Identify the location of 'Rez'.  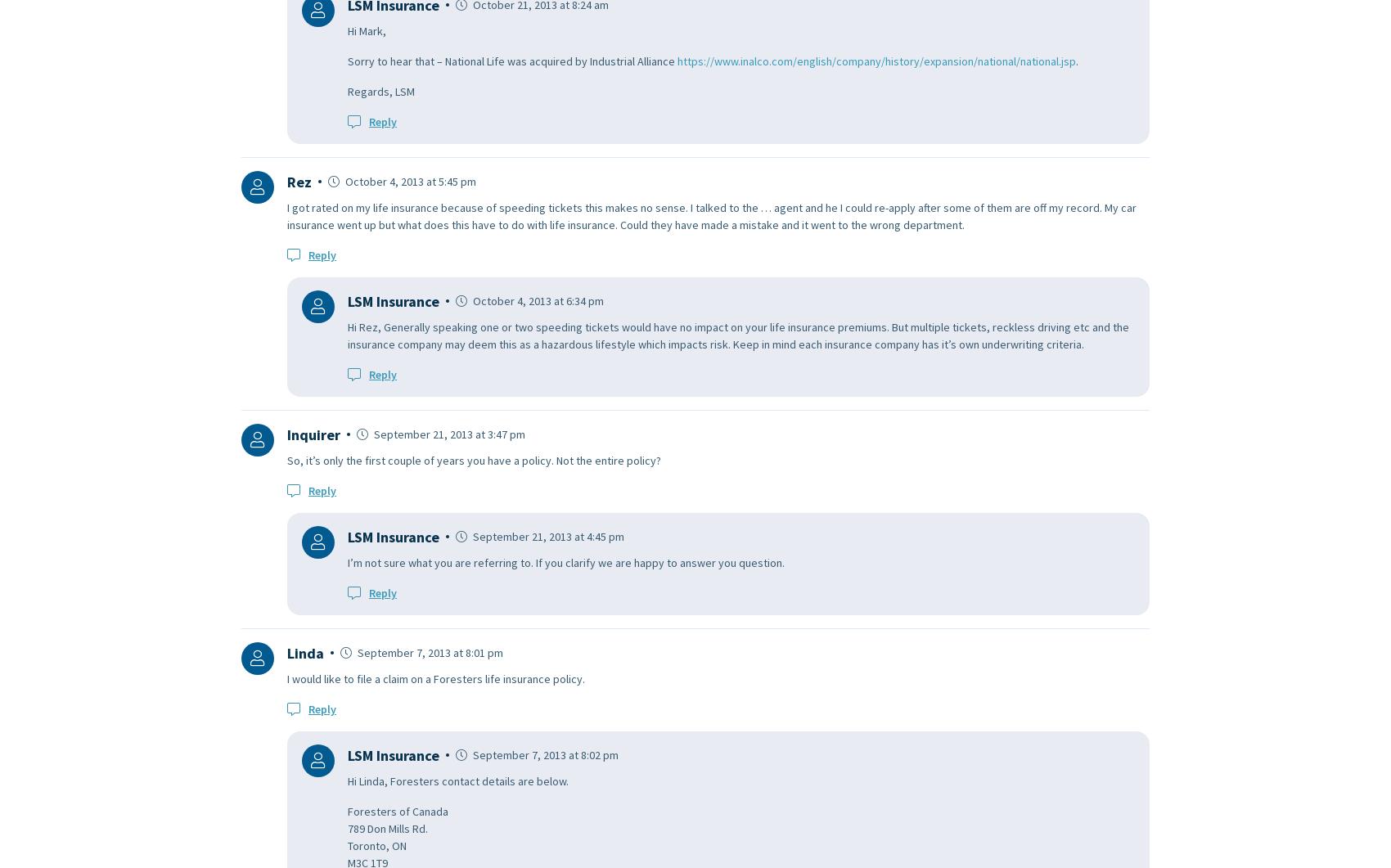
(299, 180).